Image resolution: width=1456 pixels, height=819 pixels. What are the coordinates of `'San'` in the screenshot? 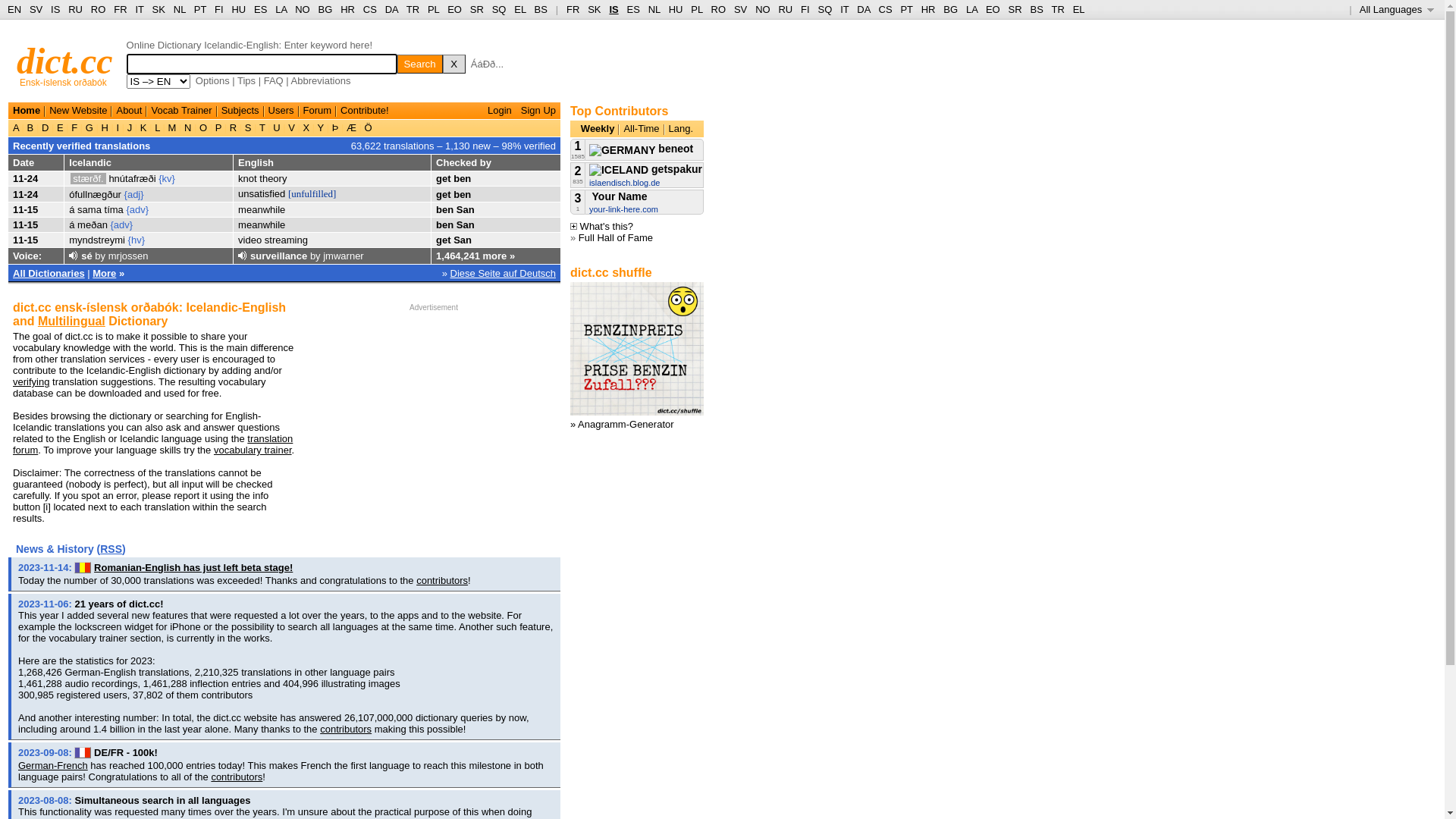 It's located at (461, 239).